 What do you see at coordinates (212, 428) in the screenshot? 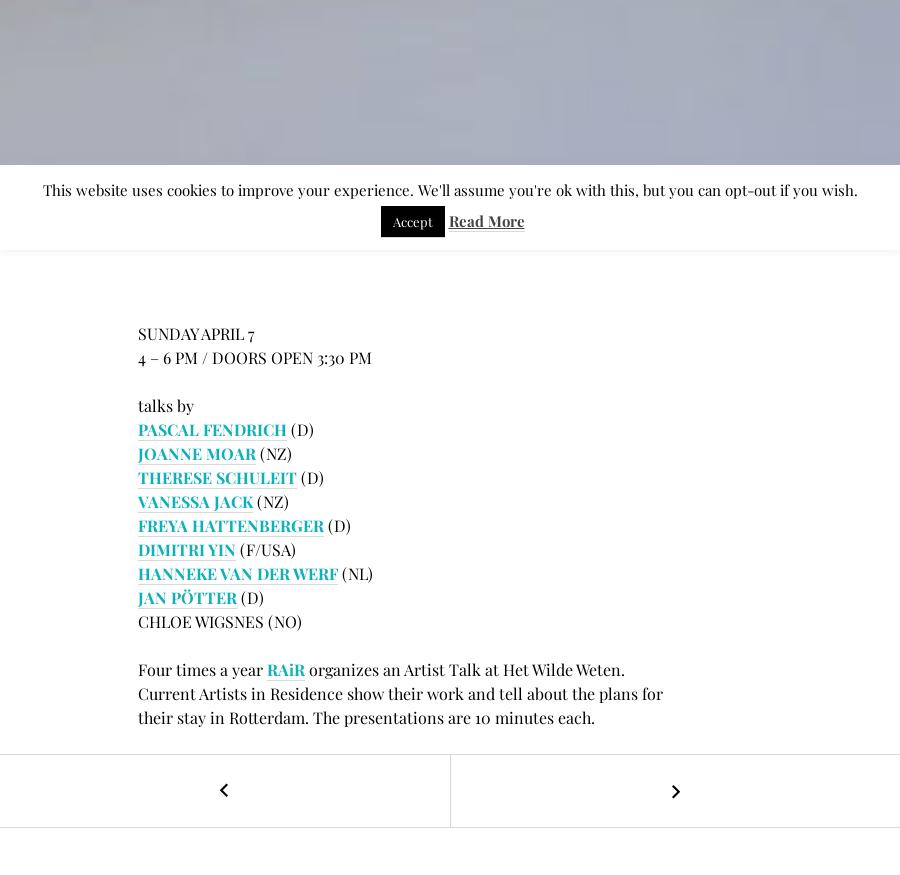
I see `'PASCAL FENDRICH'` at bounding box center [212, 428].